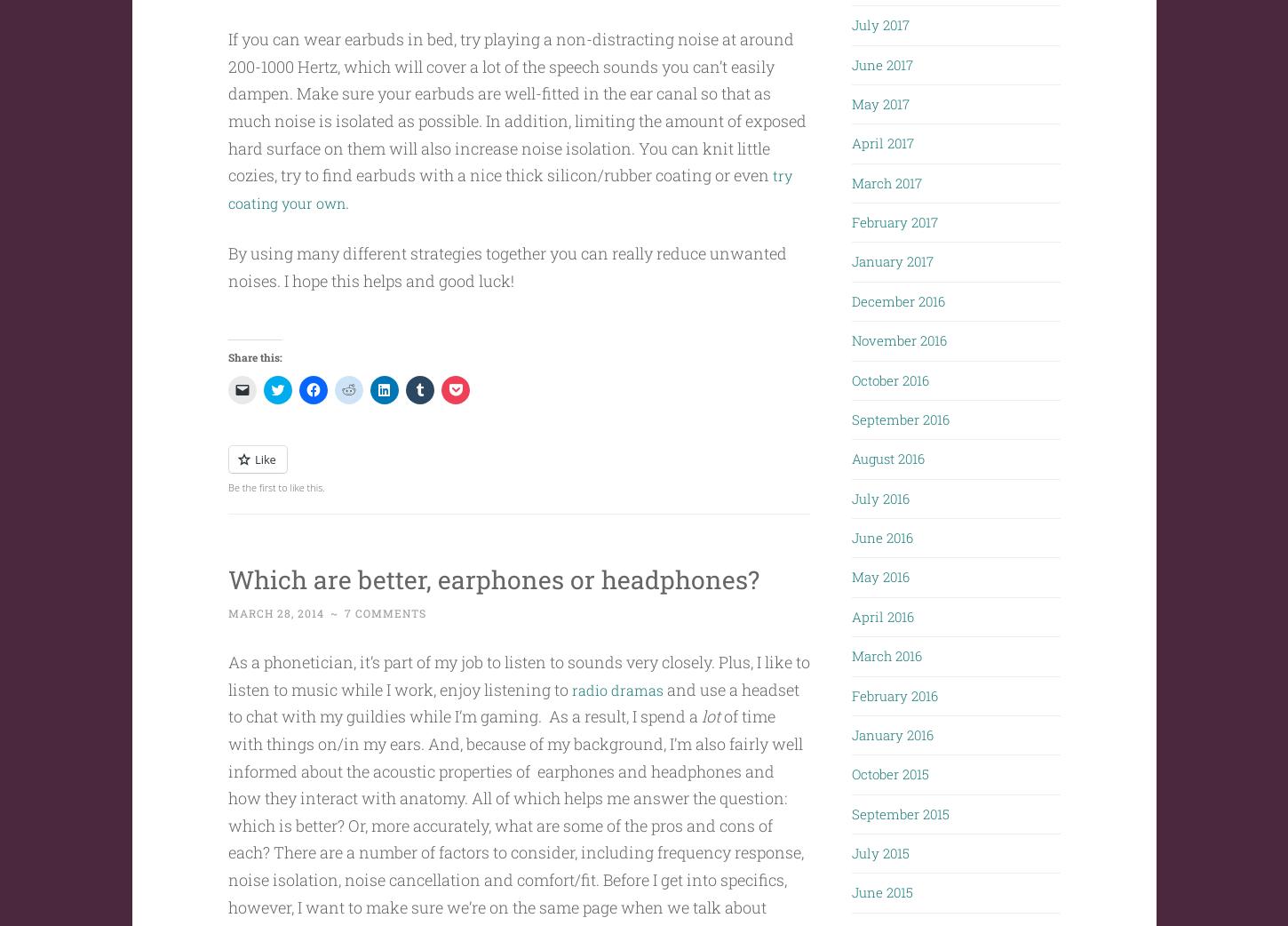 The height and width of the screenshot is (926, 1288). Describe the element at coordinates (880, 100) in the screenshot. I see `'May 2017'` at that location.